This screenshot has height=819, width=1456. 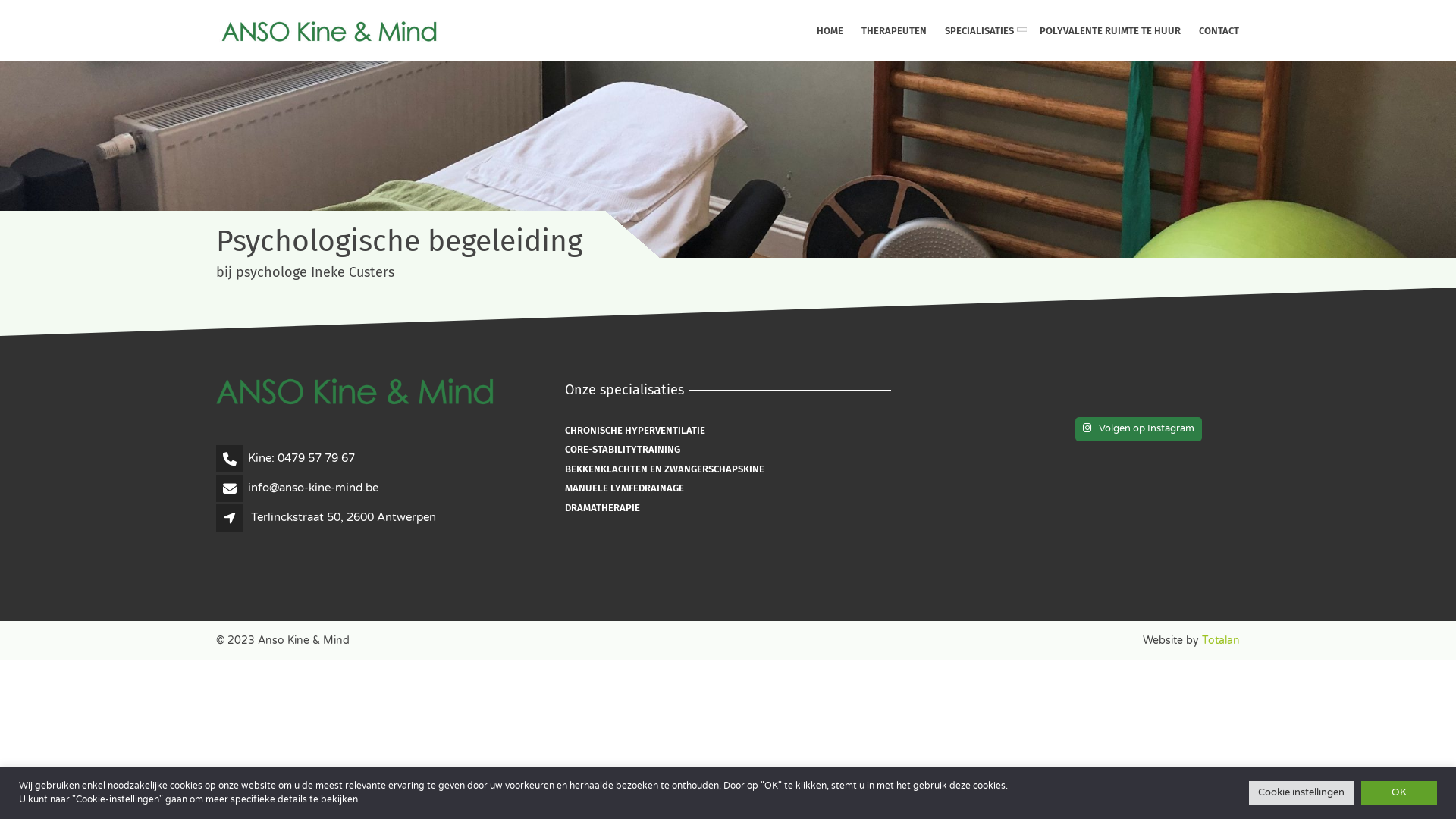 I want to click on 'Kine: 0479 57 79 67', so click(x=301, y=457).